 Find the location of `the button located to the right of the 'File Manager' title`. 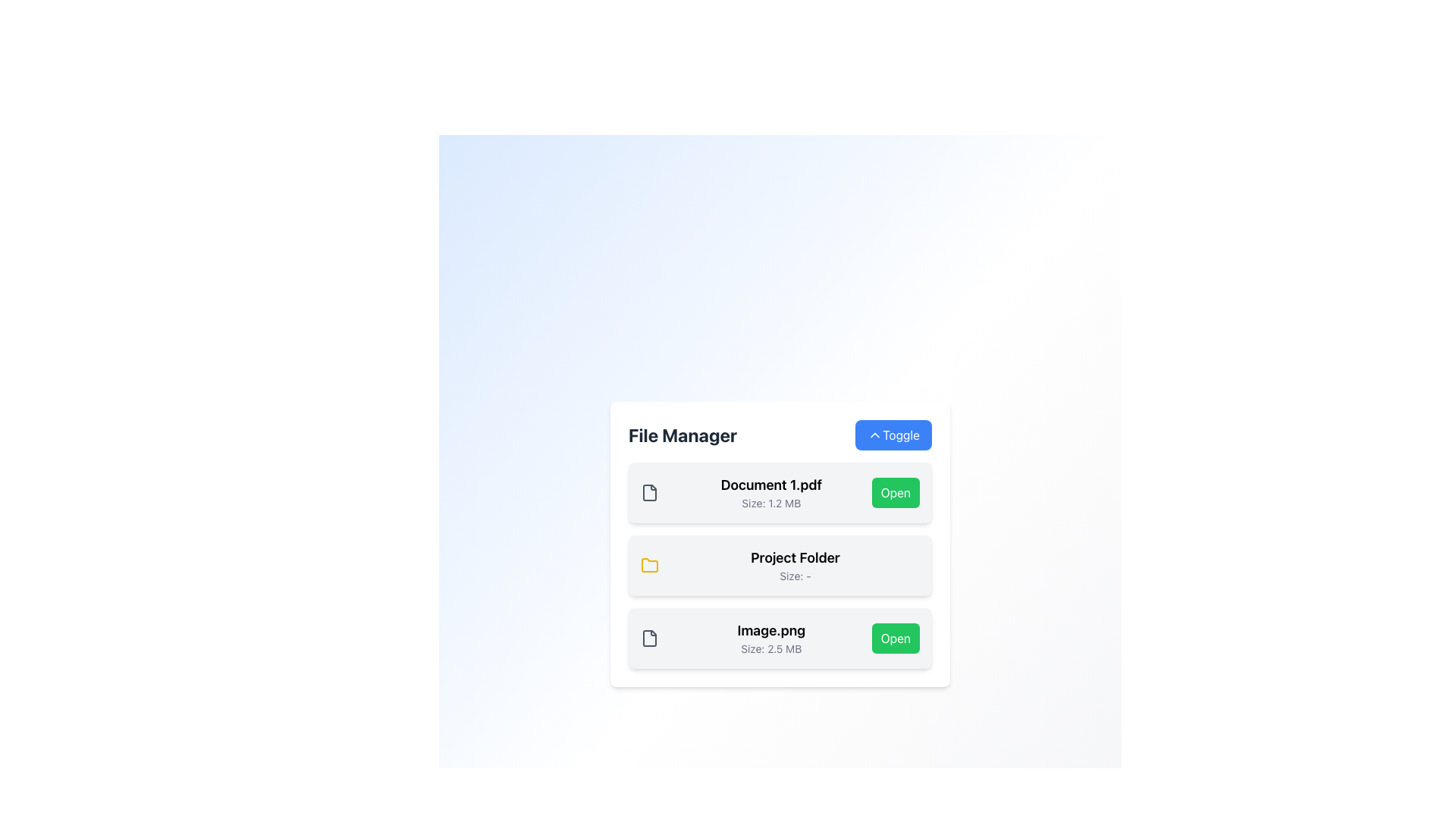

the button located to the right of the 'File Manager' title is located at coordinates (893, 435).